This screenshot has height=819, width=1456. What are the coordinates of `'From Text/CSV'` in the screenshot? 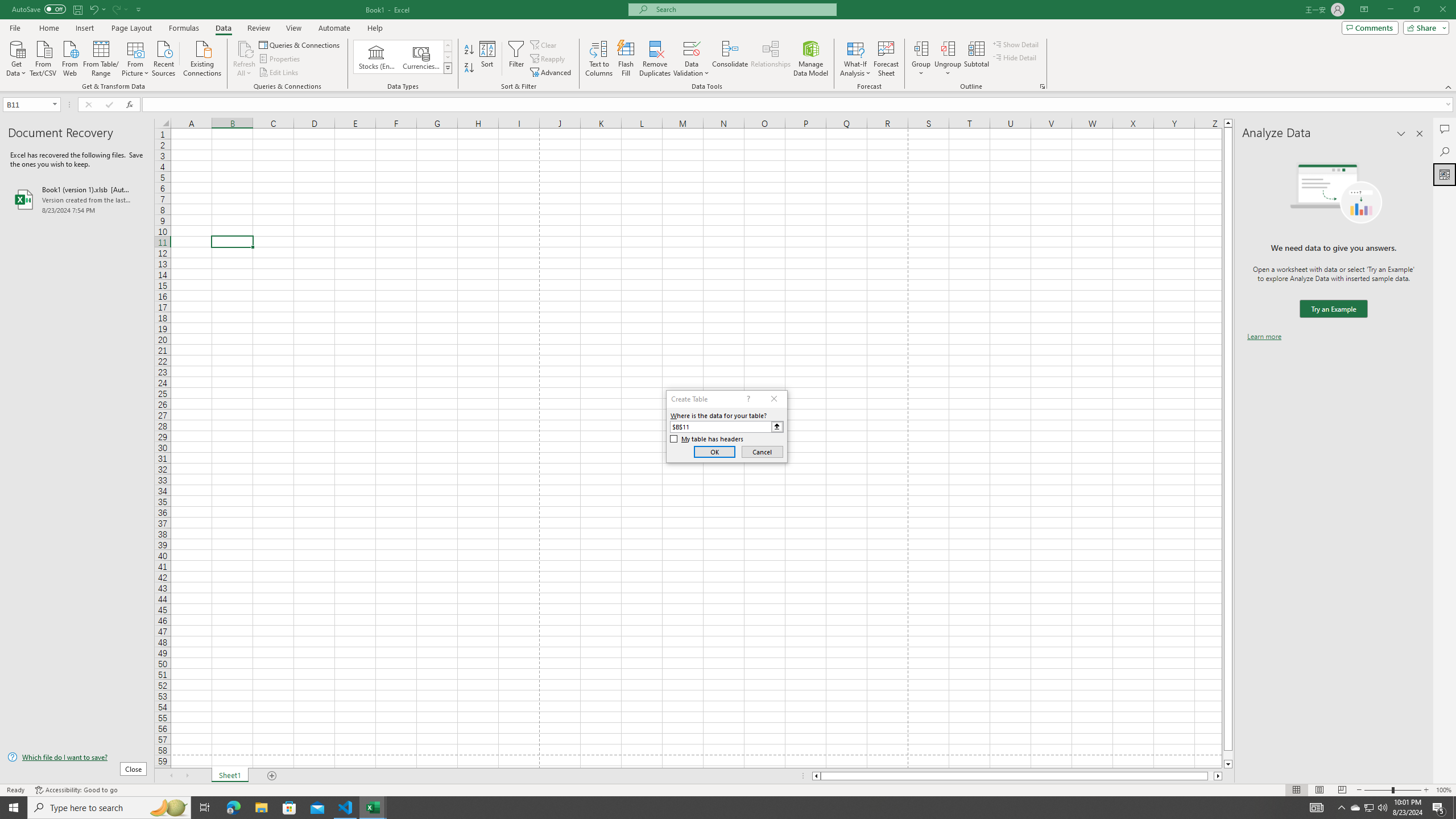 It's located at (43, 57).